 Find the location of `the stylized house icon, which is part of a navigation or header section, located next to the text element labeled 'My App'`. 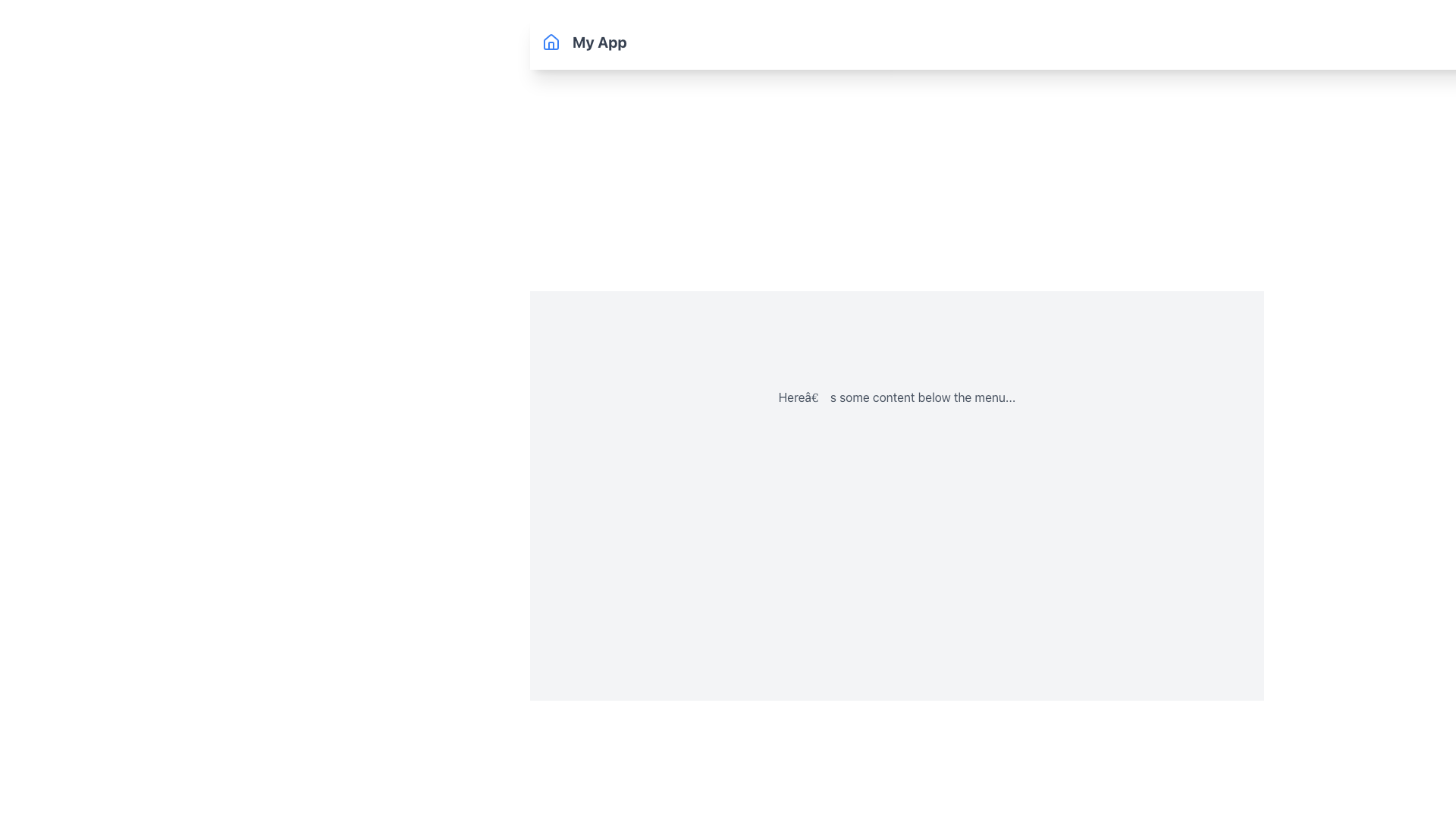

the stylized house icon, which is part of a navigation or header section, located next to the text element labeled 'My App' is located at coordinates (550, 40).